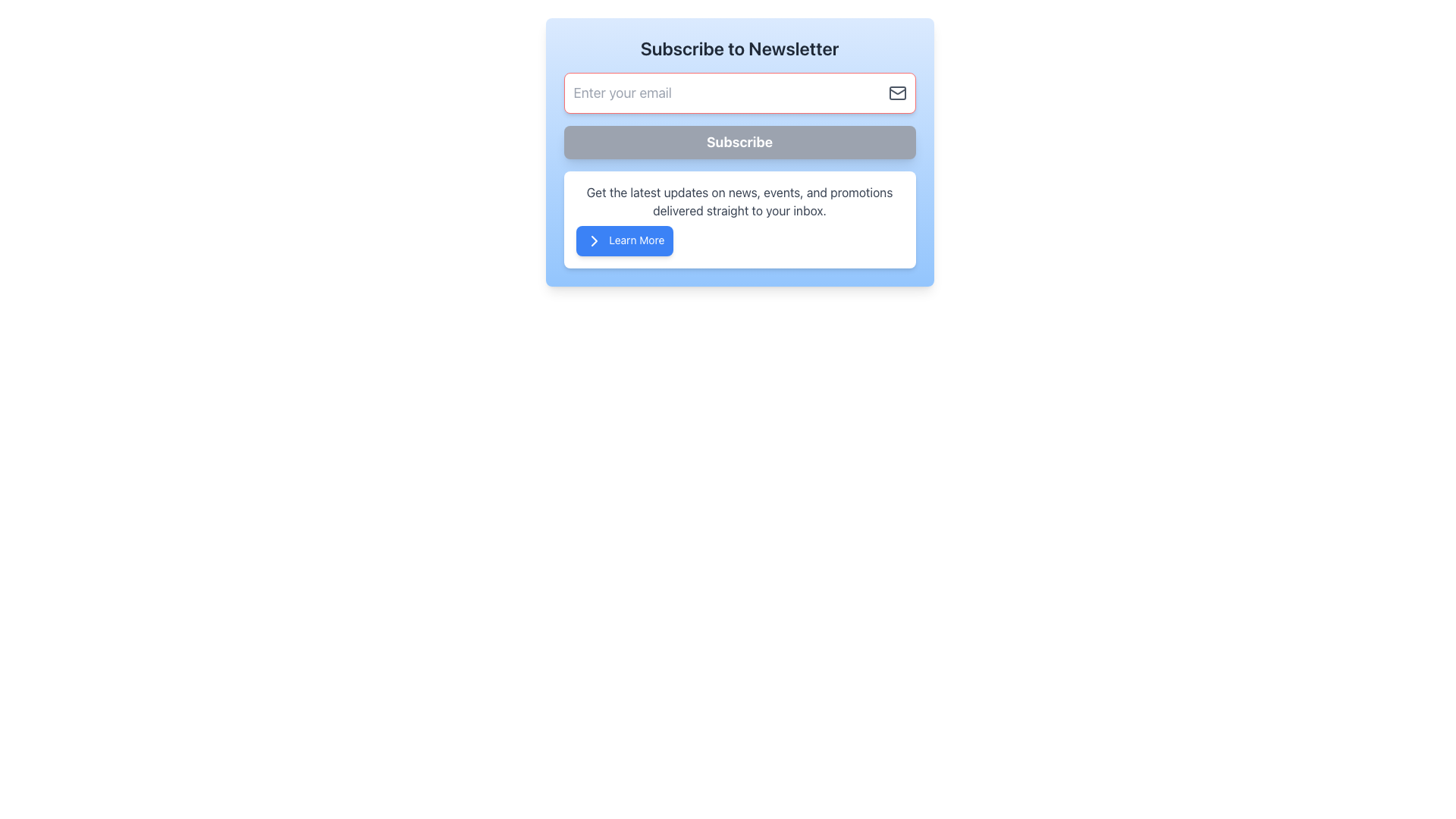  What do you see at coordinates (739, 219) in the screenshot?
I see `the informational panel's text to read details about updates and promotions` at bounding box center [739, 219].